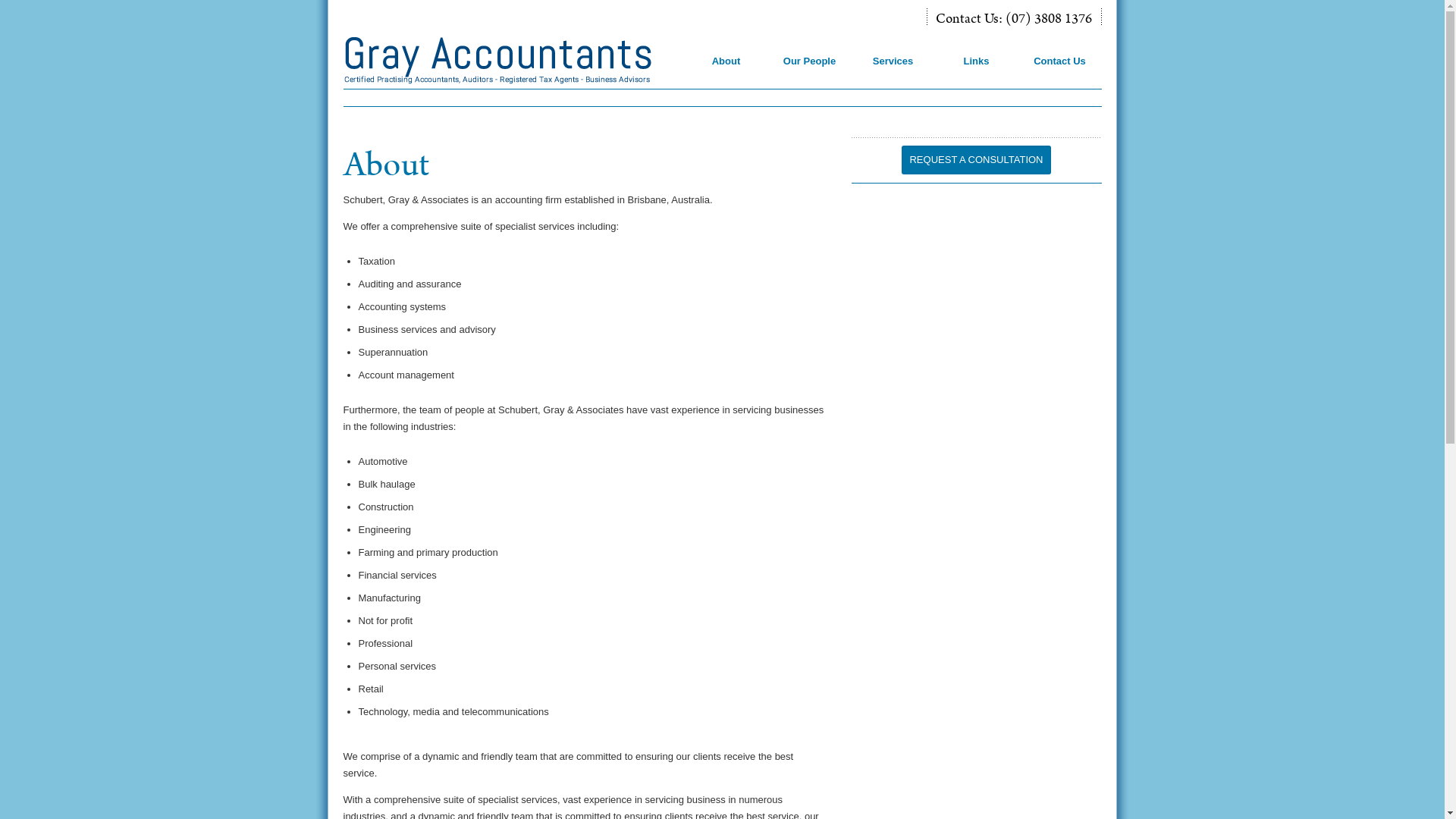 The height and width of the screenshot is (819, 1456). Describe the element at coordinates (894, 72) in the screenshot. I see `'Services'` at that location.